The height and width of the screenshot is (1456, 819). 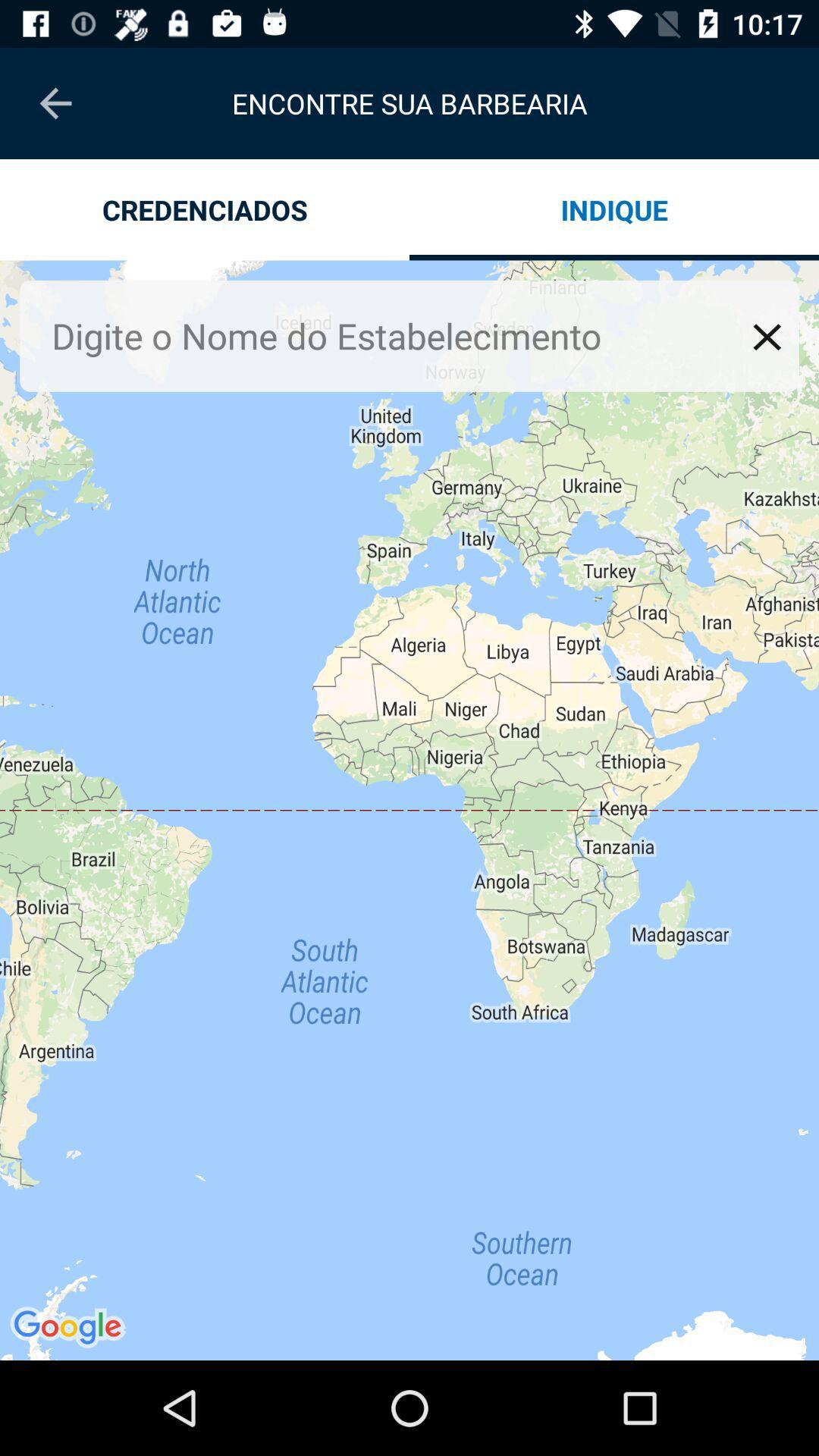 What do you see at coordinates (55, 102) in the screenshot?
I see `the app above credenciados app` at bounding box center [55, 102].